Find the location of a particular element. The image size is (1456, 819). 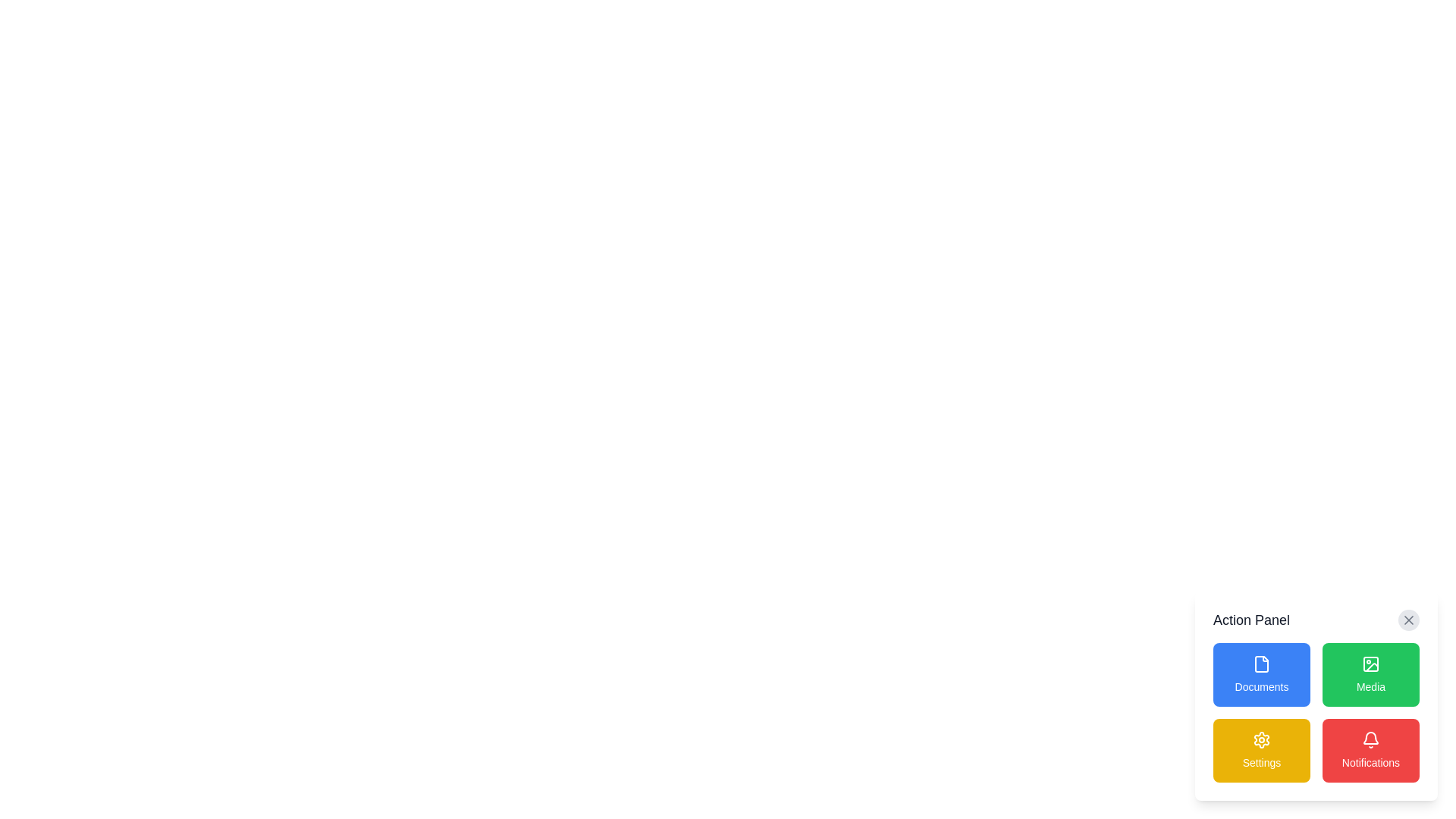

the 'Notifications' button located at the bottom-right corner of the action panel is located at coordinates (1371, 763).